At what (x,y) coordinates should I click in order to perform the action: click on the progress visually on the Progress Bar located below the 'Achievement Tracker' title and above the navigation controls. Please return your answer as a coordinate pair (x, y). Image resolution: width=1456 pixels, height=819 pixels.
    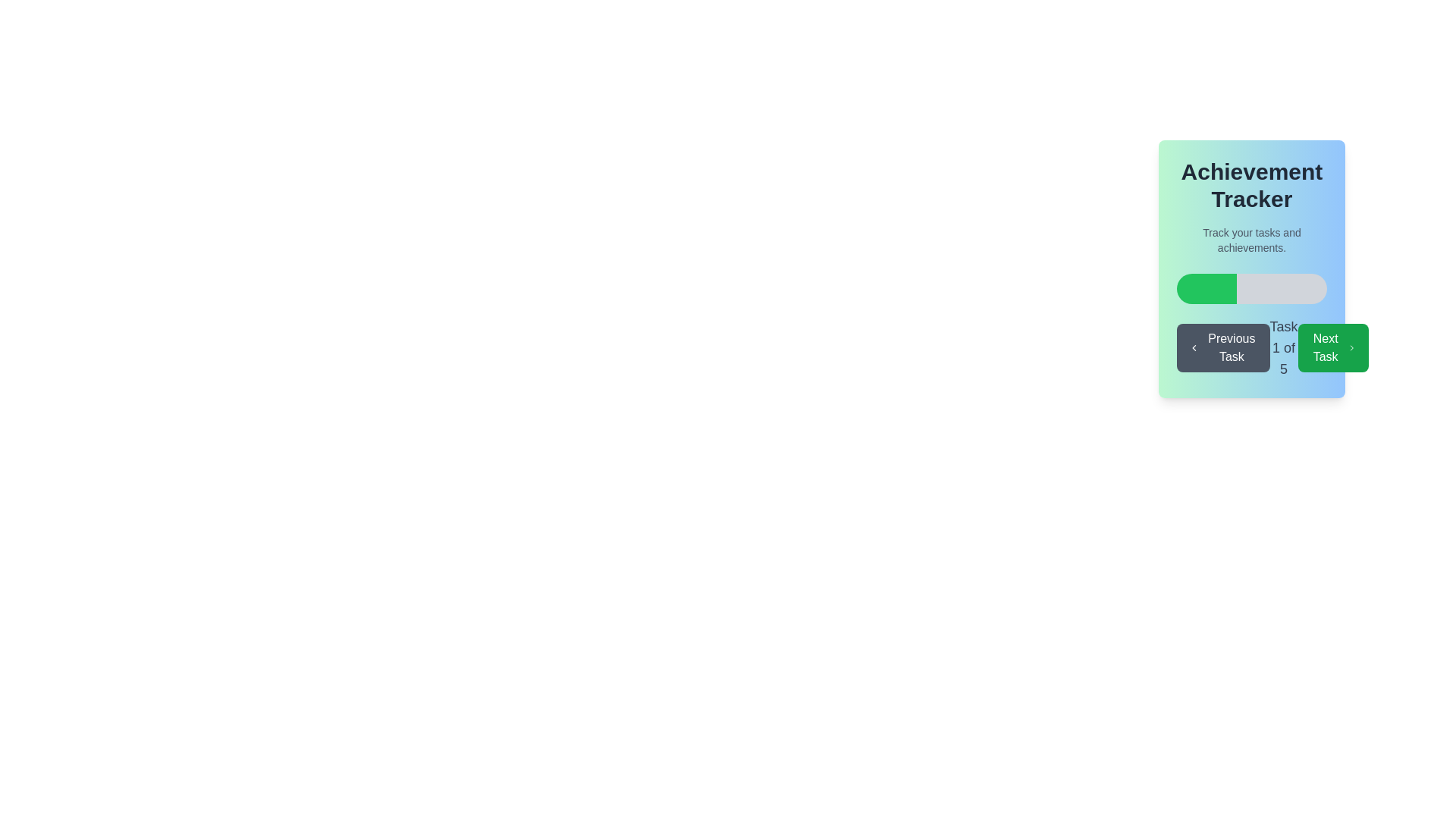
    Looking at the image, I should click on (1252, 289).